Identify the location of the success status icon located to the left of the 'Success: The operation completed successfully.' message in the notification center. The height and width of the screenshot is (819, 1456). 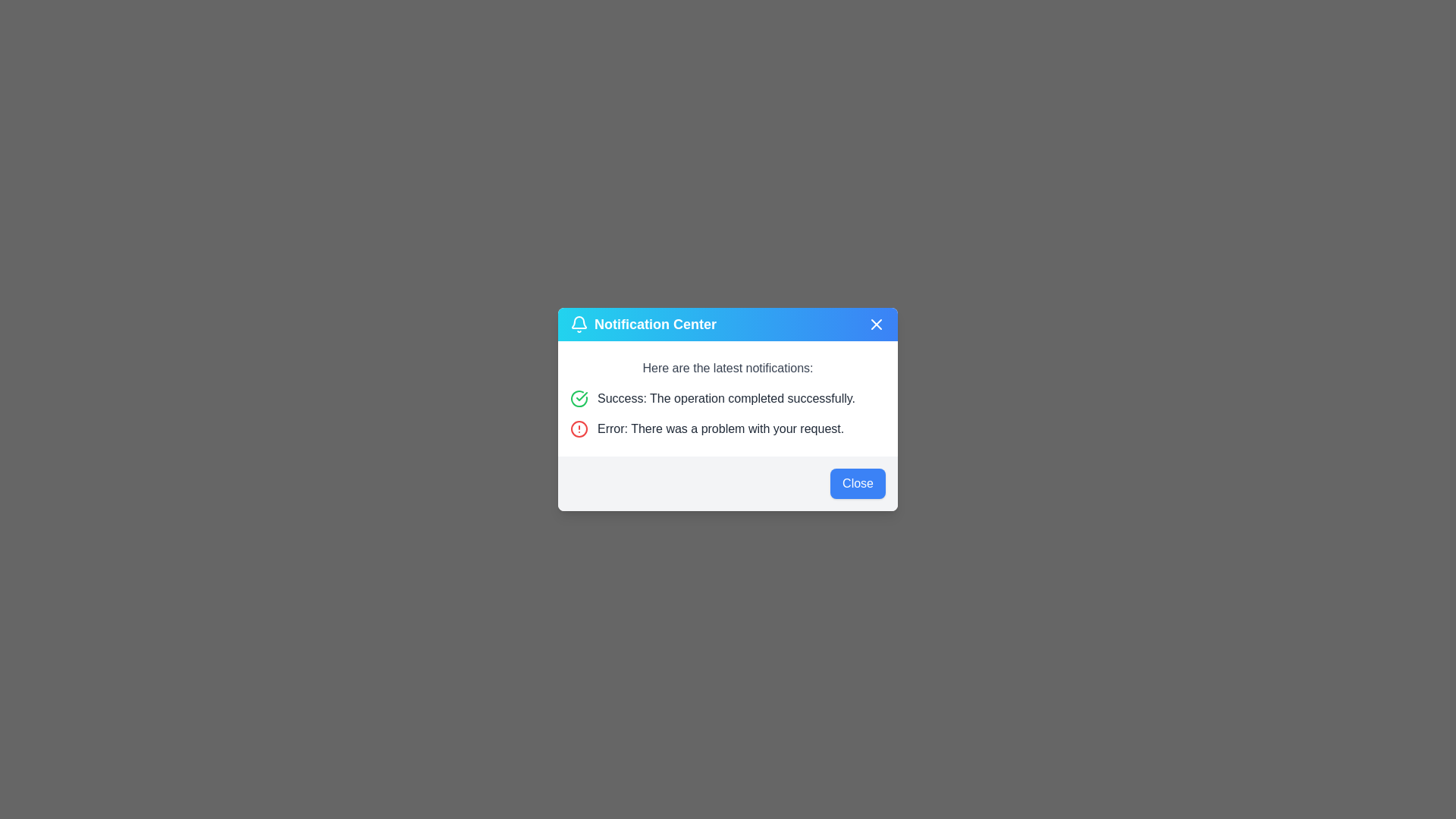
(578, 397).